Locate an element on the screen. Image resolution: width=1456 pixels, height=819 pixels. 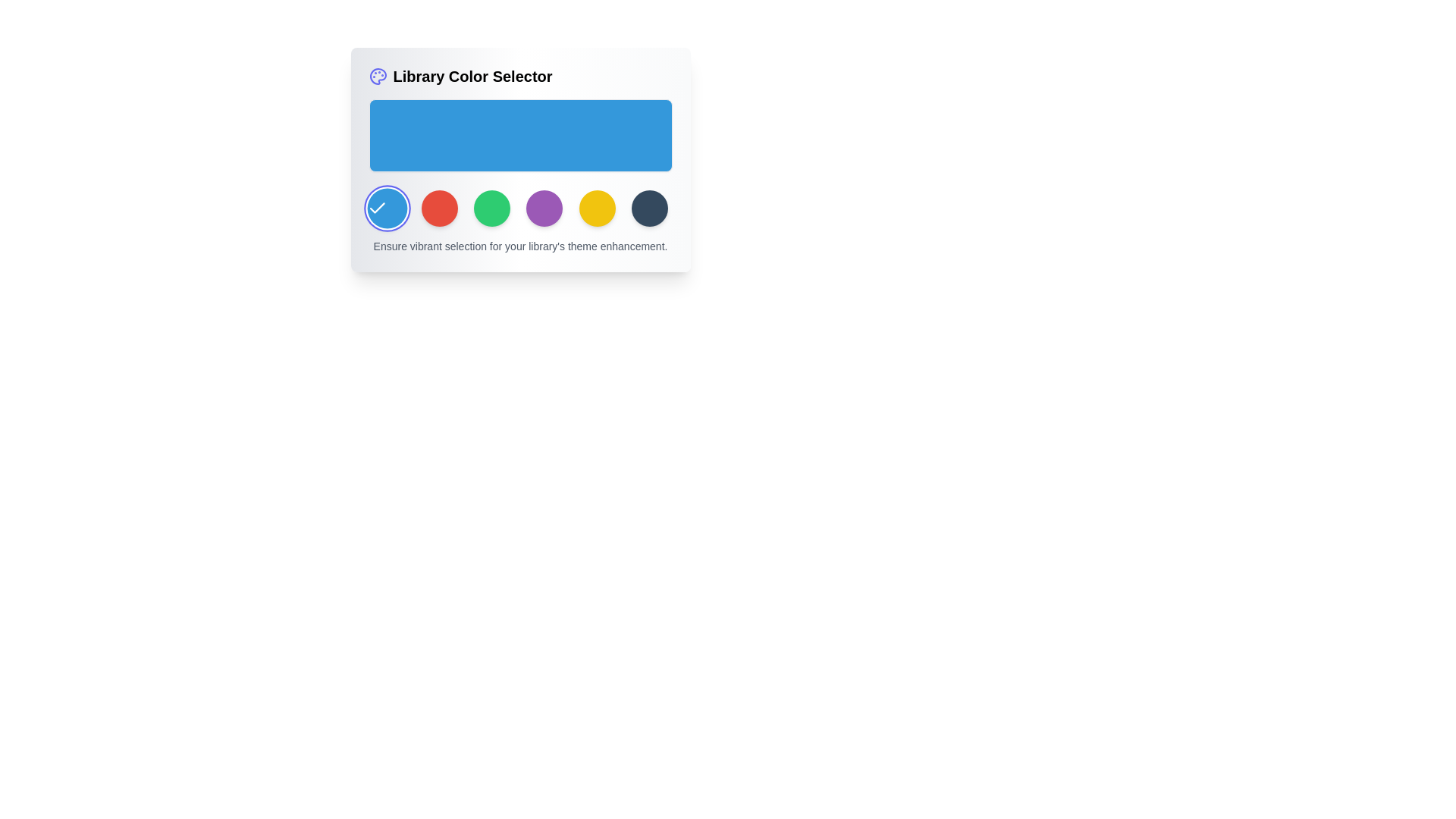
guidance text label located at the bottom of the 'Library Color Selector' card component, positioned directly below the interactive circular colored buttons is located at coordinates (520, 245).